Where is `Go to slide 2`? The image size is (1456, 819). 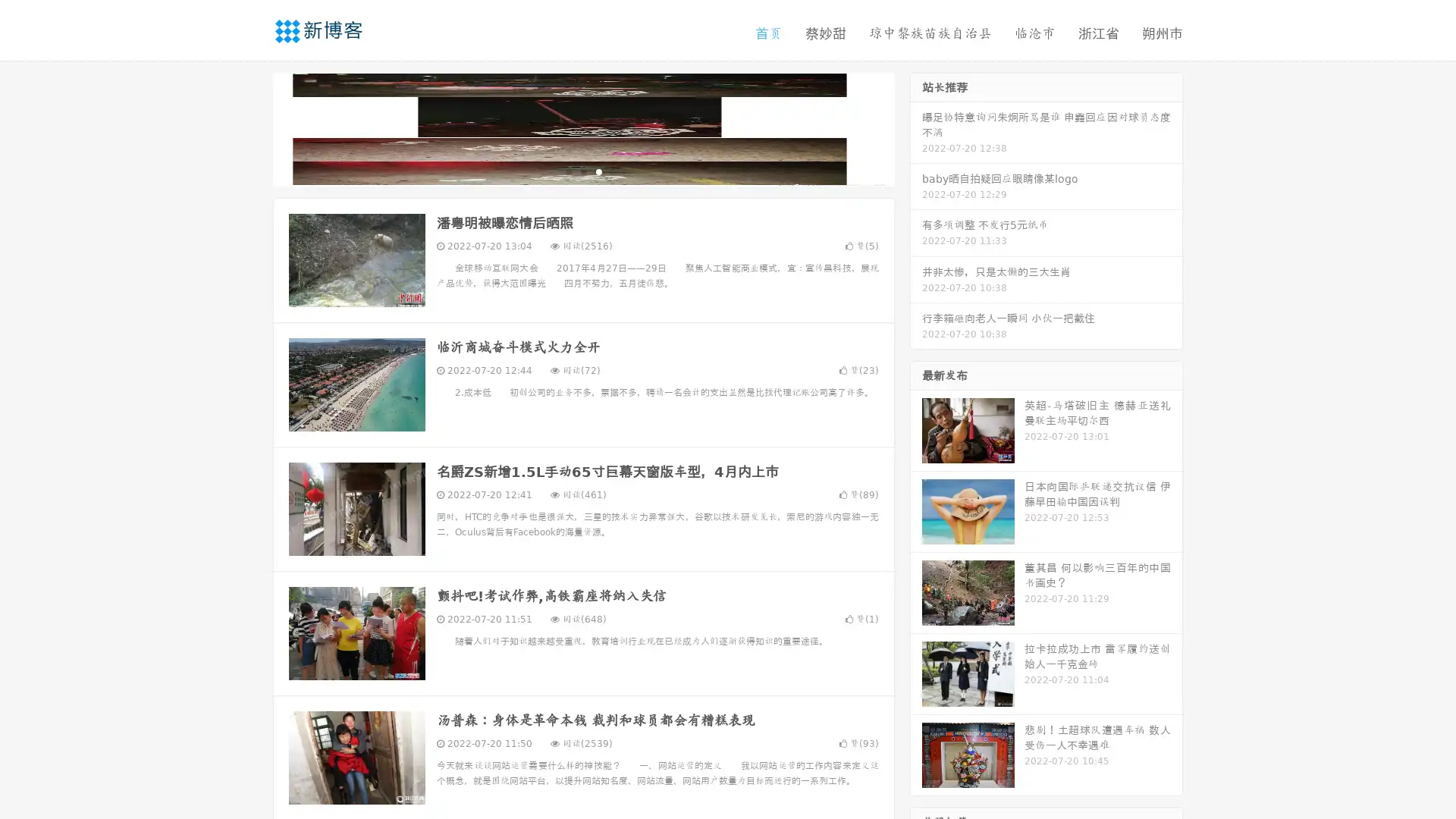
Go to slide 2 is located at coordinates (582, 171).